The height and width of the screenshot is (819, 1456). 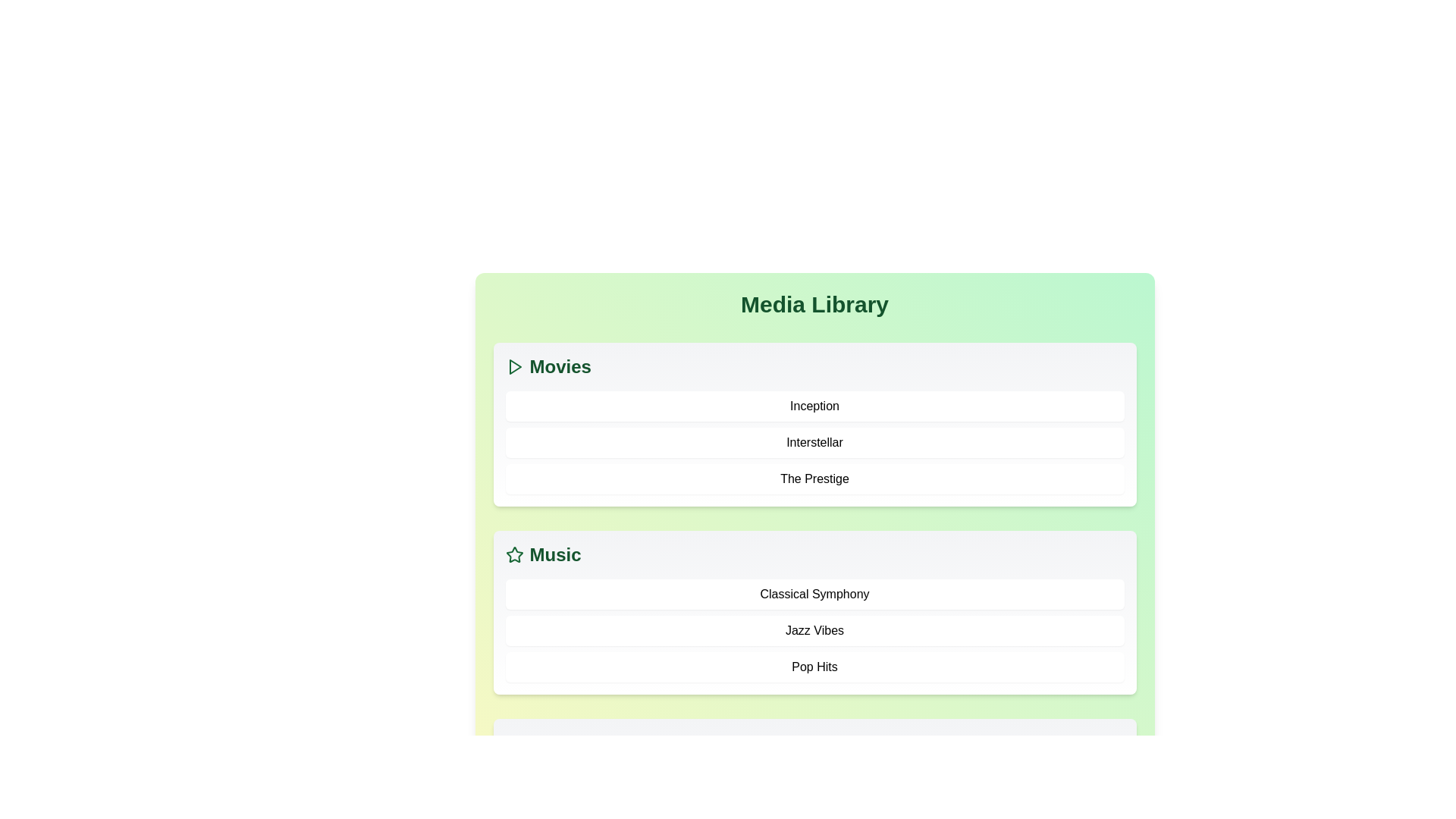 What do you see at coordinates (814, 666) in the screenshot?
I see `the item Pop Hits from the Music category` at bounding box center [814, 666].